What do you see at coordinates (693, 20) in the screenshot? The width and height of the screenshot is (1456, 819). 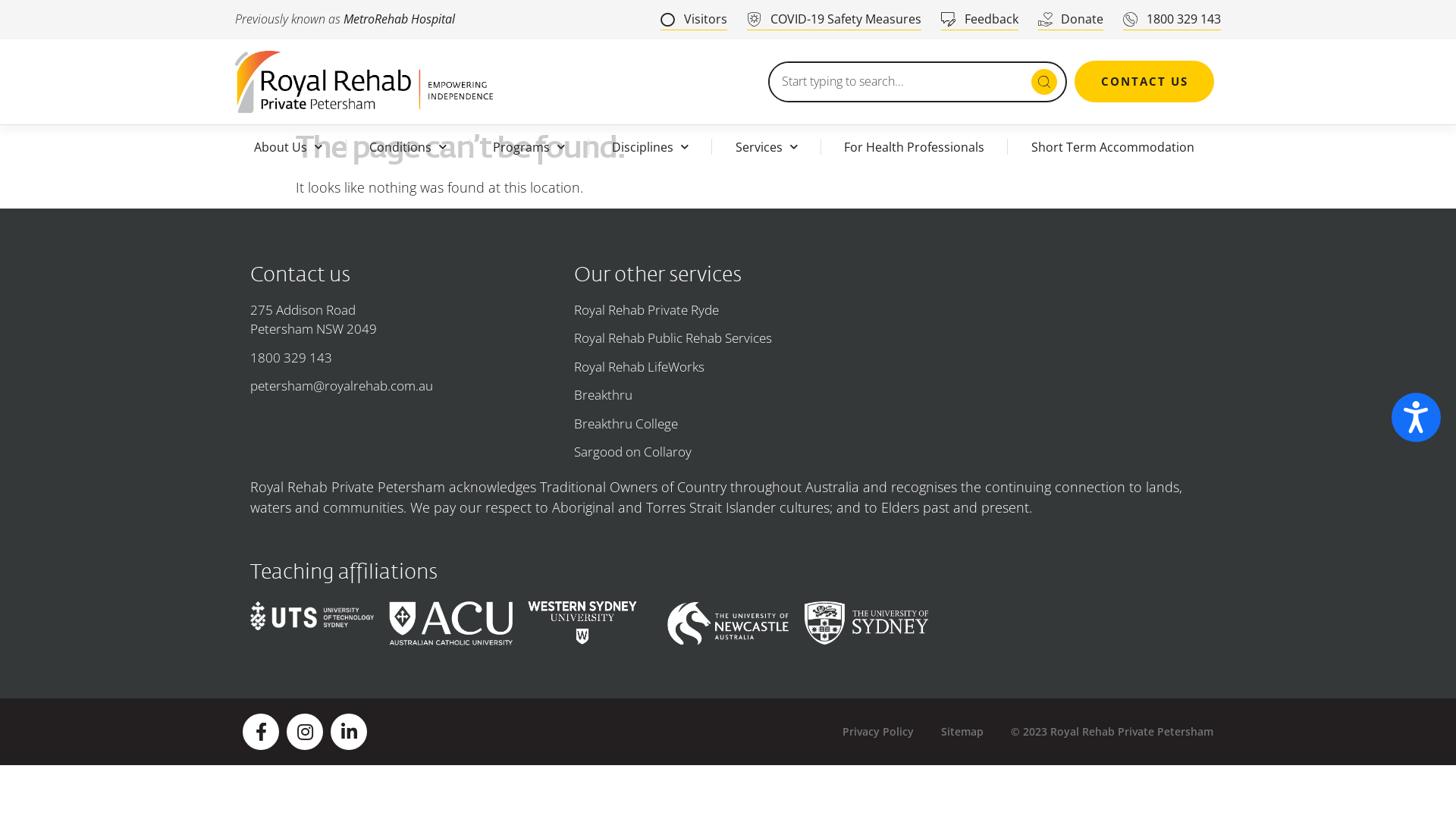 I see `'Visitors'` at bounding box center [693, 20].